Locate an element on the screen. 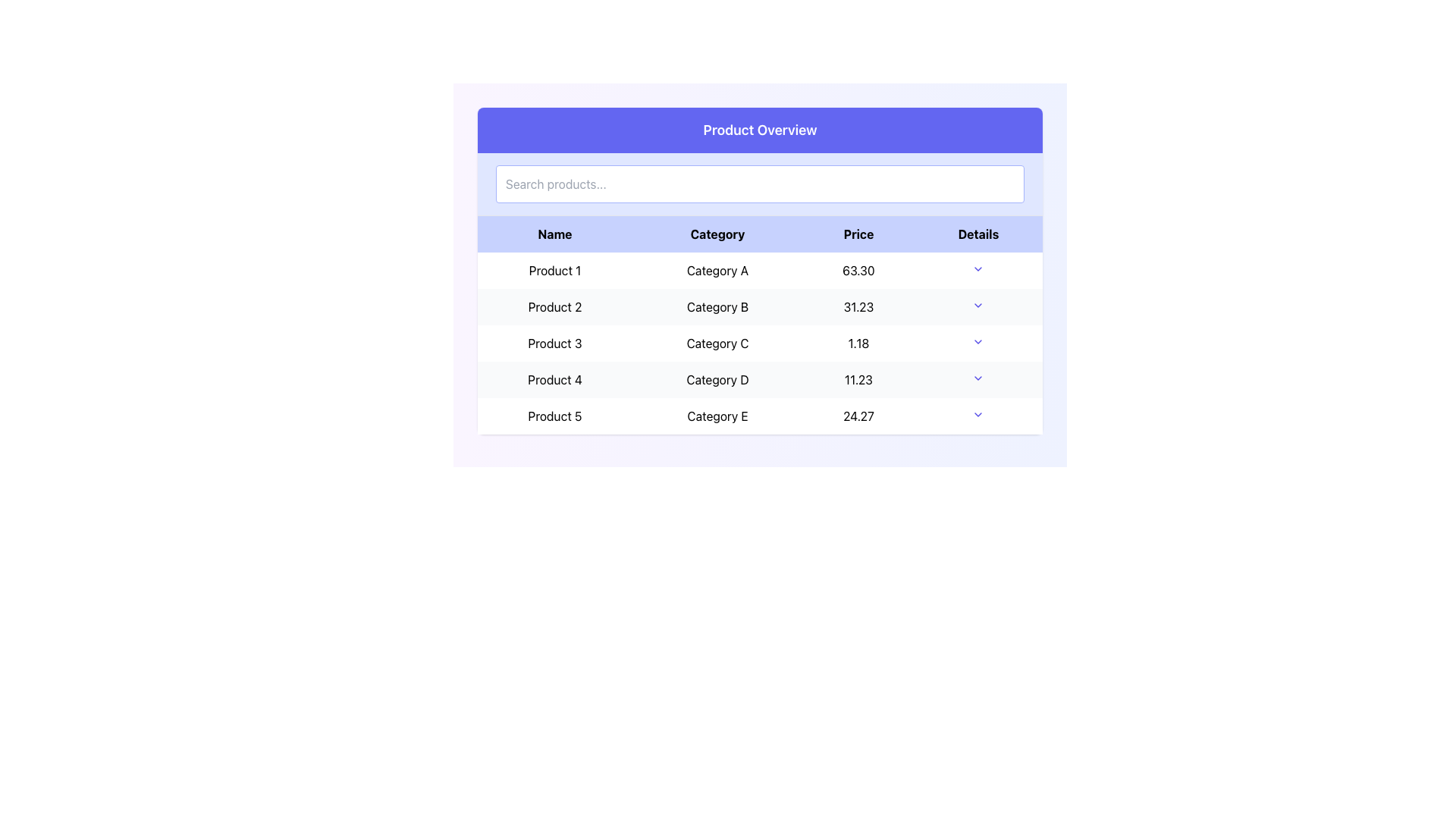 This screenshot has width=1456, height=819. the downward-pointing chevron icon in the 'Details' column of the second row for 'Product 2' is located at coordinates (978, 305).